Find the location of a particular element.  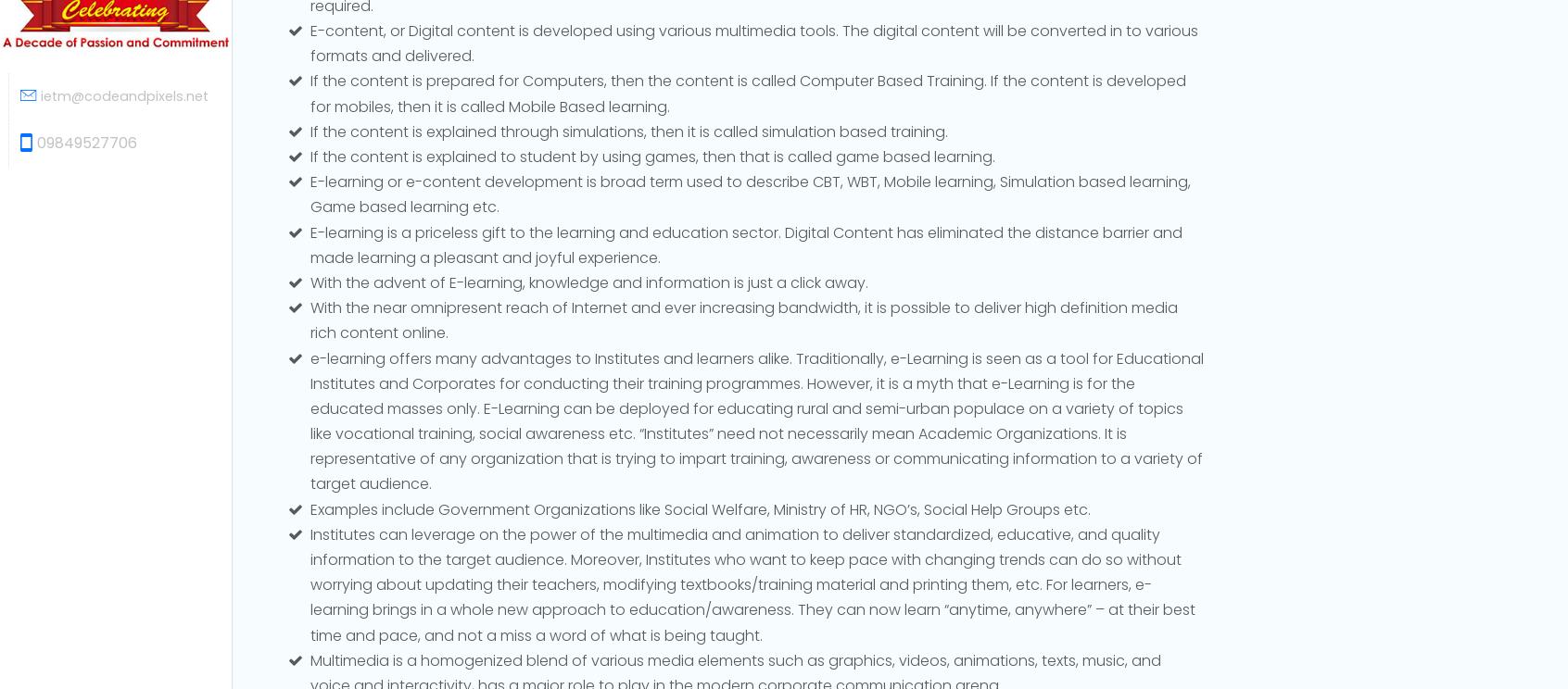

'If the content is explained to student by using games, then that is called game based learning.' is located at coordinates (652, 156).